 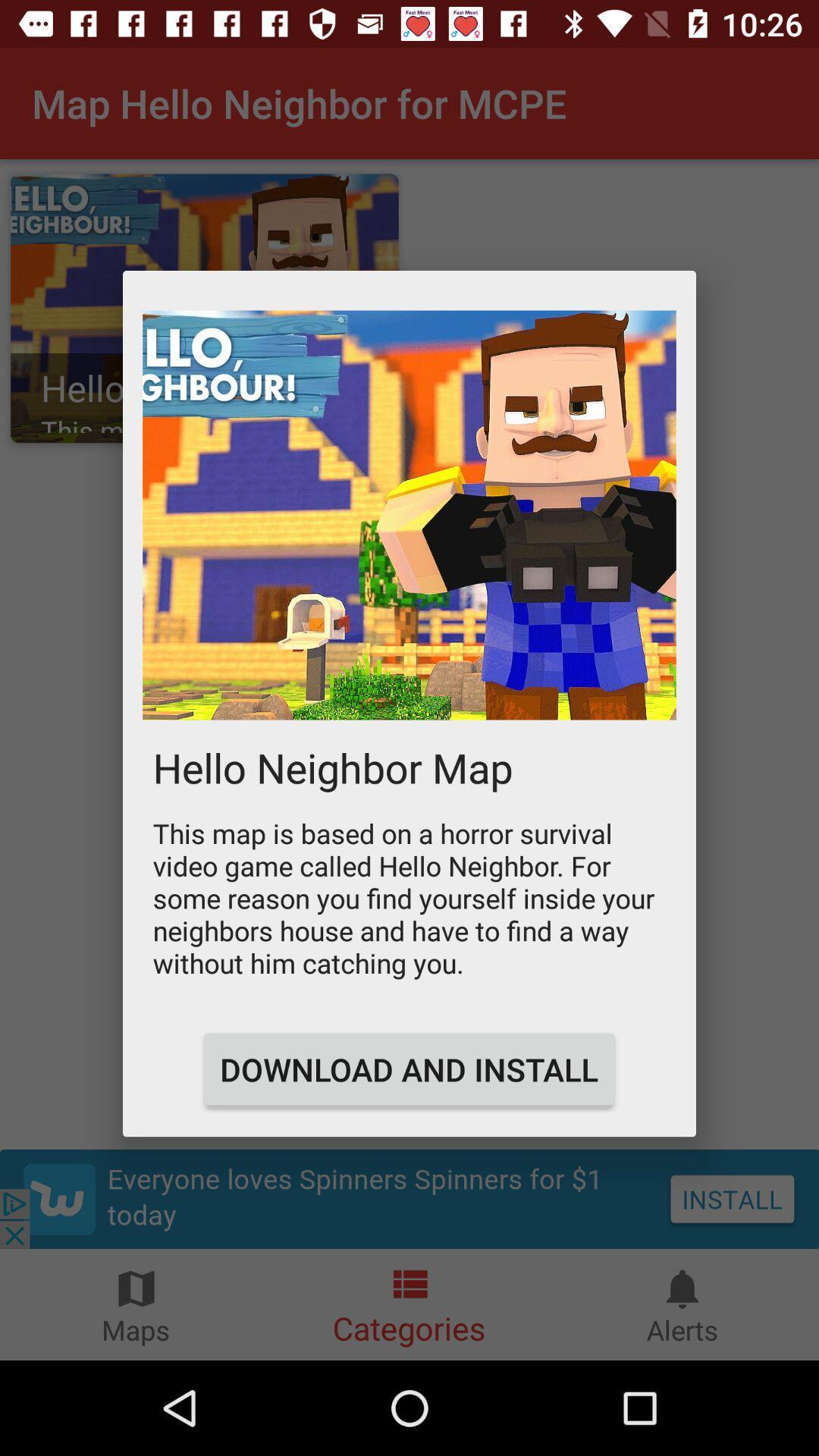 What do you see at coordinates (408, 1068) in the screenshot?
I see `the item below the this map is` at bounding box center [408, 1068].